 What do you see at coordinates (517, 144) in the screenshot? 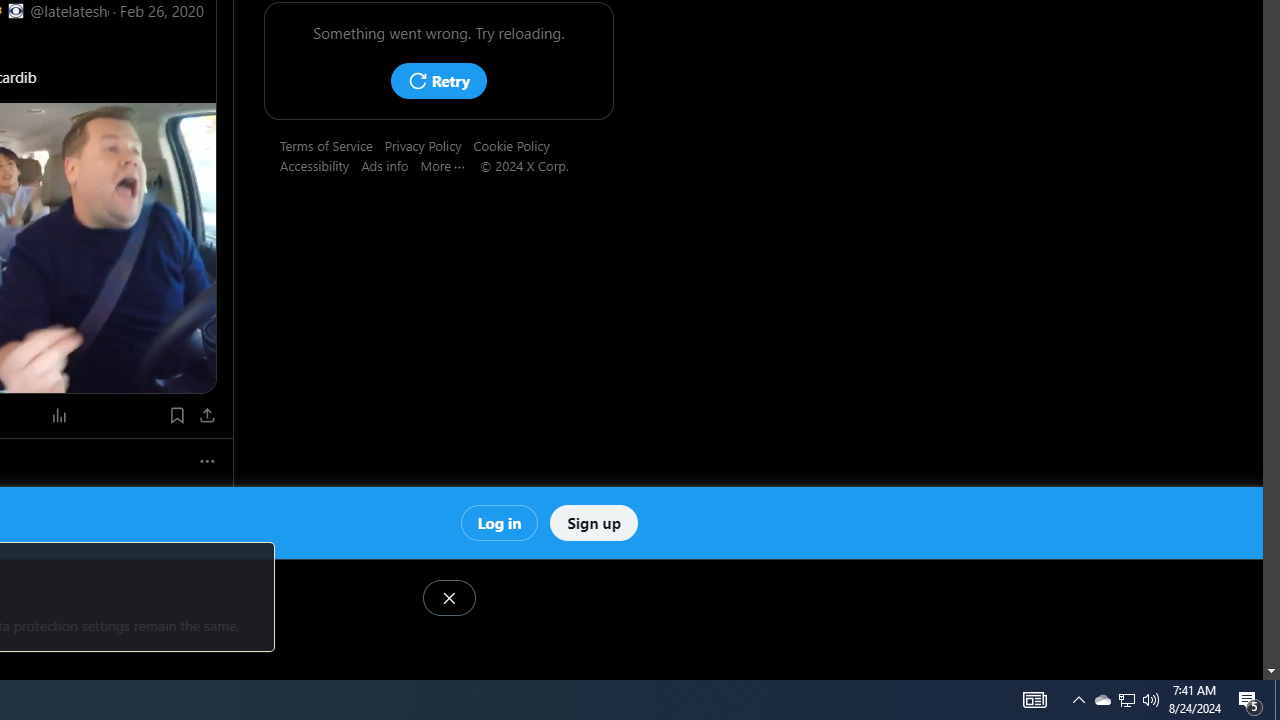
I see `'Cookie Policy'` at bounding box center [517, 144].